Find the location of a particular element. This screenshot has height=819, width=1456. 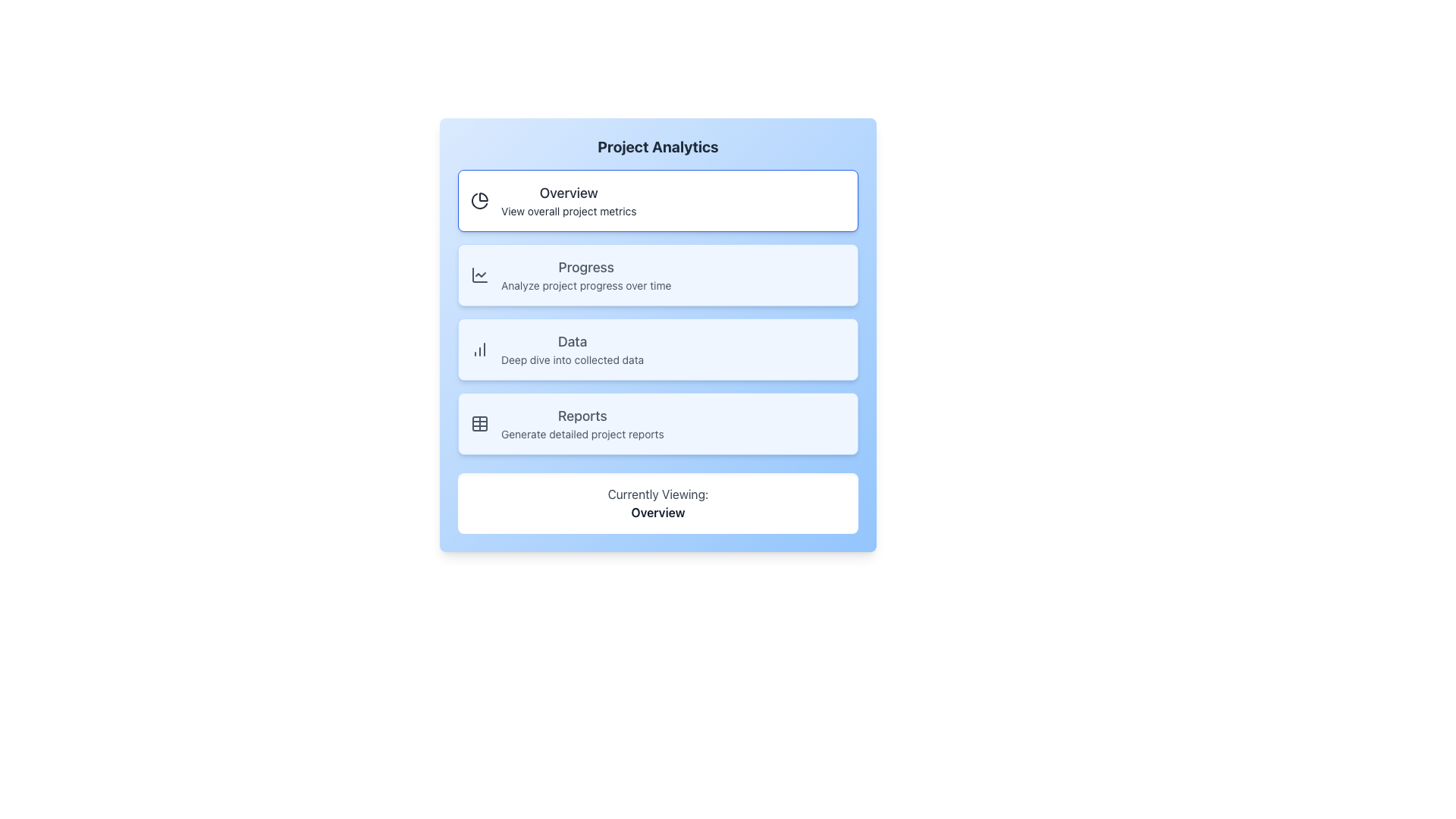

the static descriptive text element that reads 'Generate detailed project reports', positioned beneath the 'Reports' heading is located at coordinates (582, 435).